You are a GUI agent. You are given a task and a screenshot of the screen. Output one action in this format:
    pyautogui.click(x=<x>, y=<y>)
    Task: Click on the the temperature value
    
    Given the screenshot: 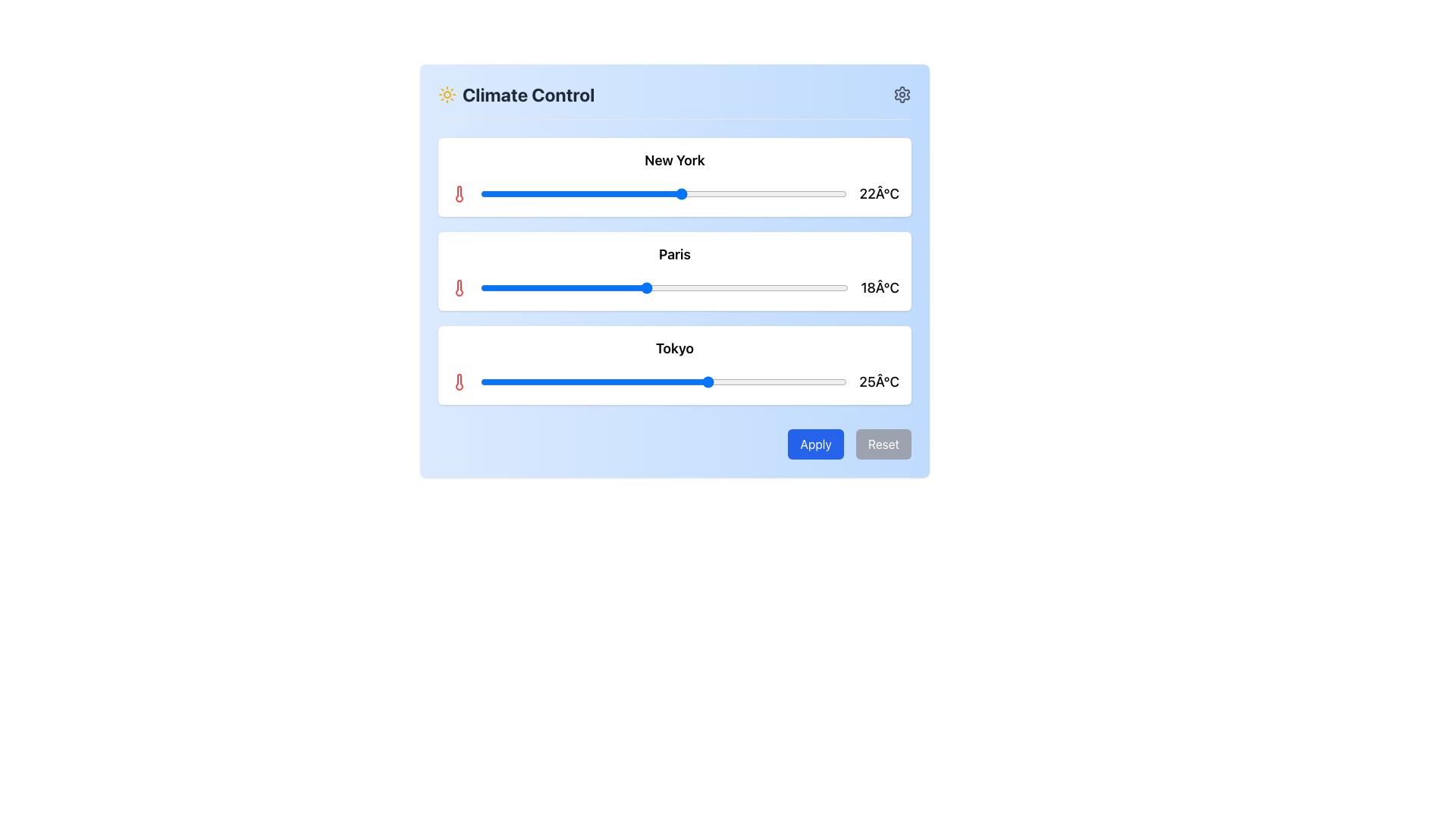 What is the action you would take?
    pyautogui.click(x=746, y=193)
    